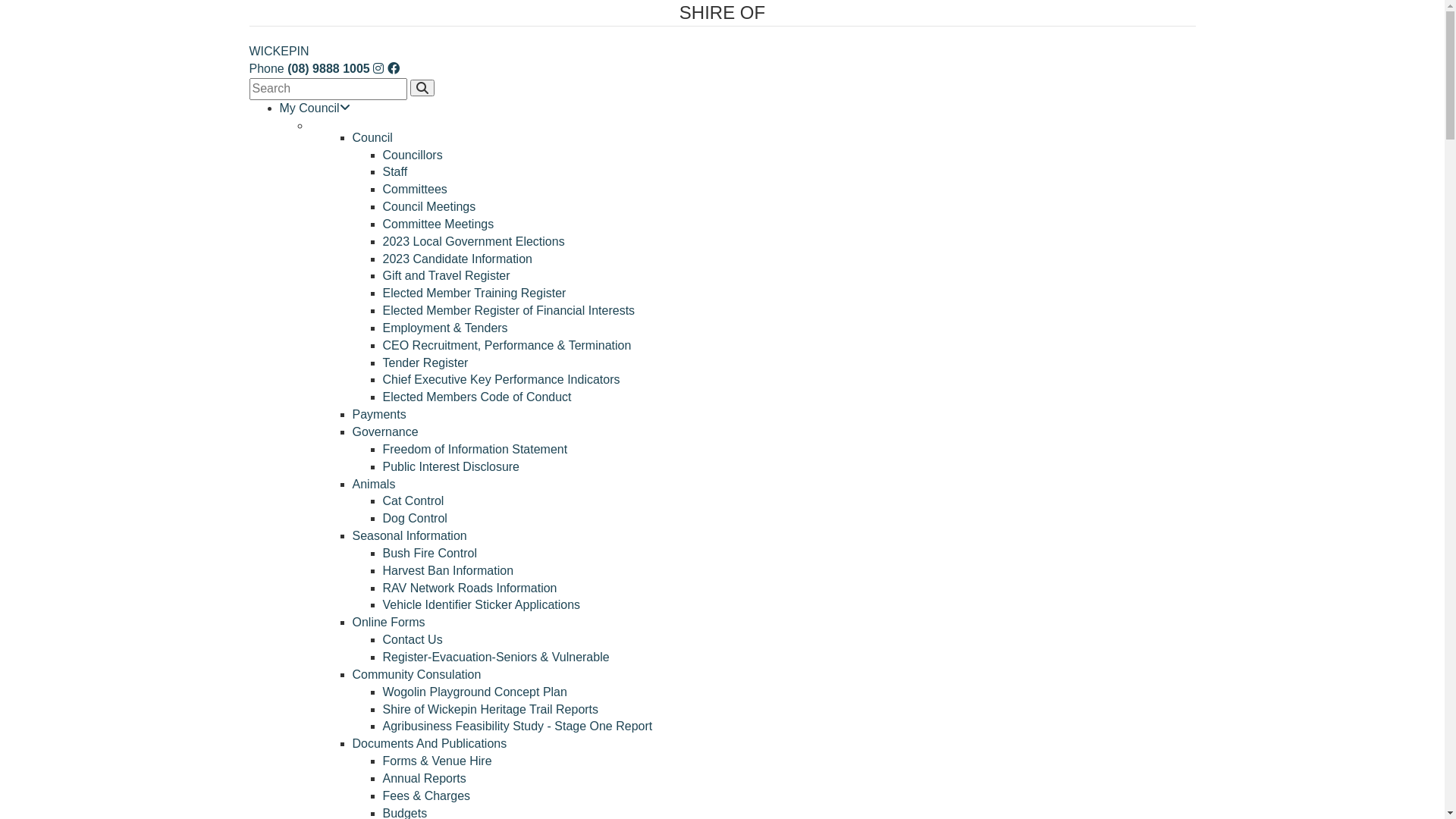 The image size is (1456, 819). Describe the element at coordinates (409, 535) in the screenshot. I see `'Seasonal Information'` at that location.